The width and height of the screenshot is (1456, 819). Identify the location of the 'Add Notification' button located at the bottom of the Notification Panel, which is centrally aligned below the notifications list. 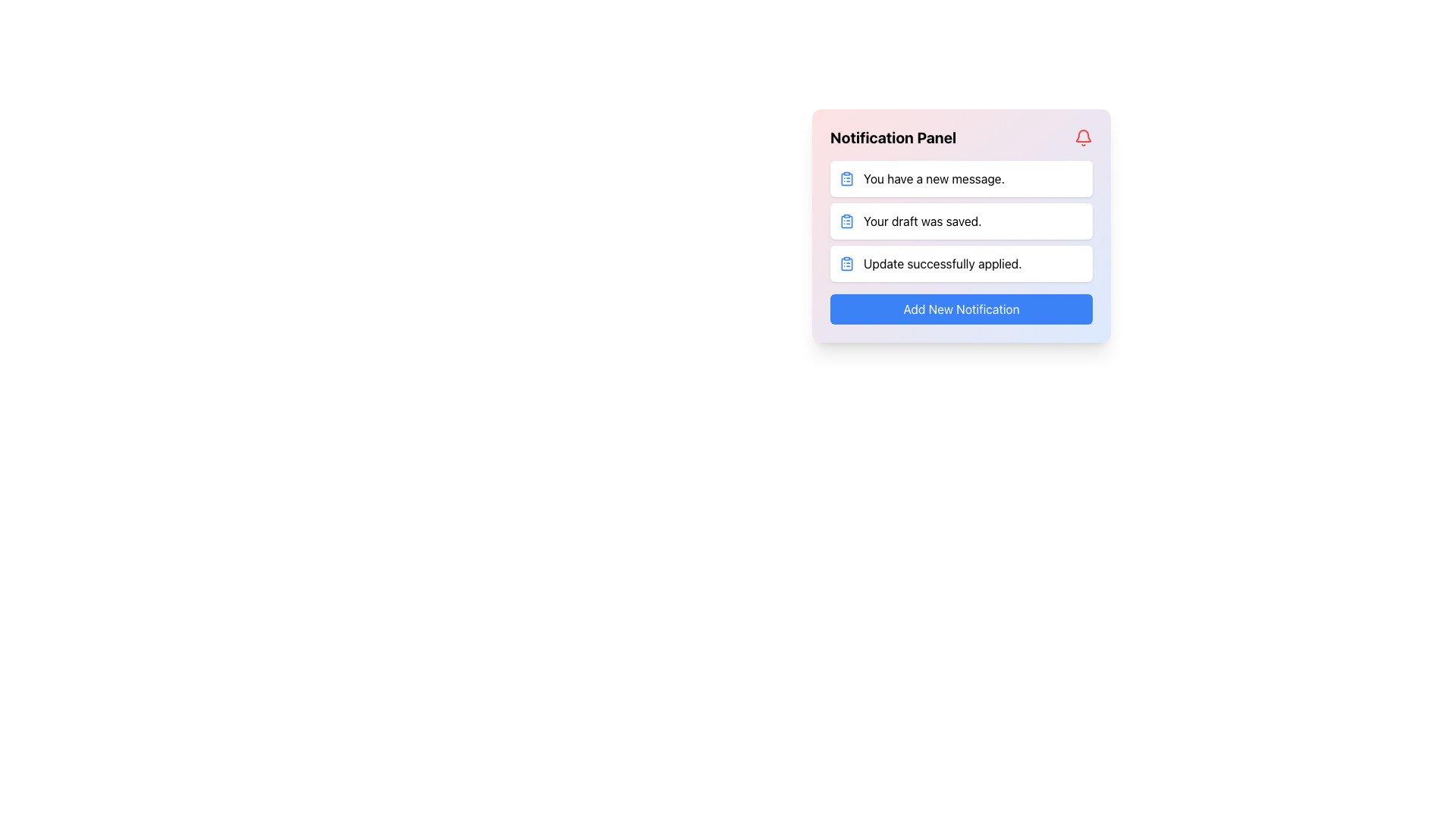
(960, 309).